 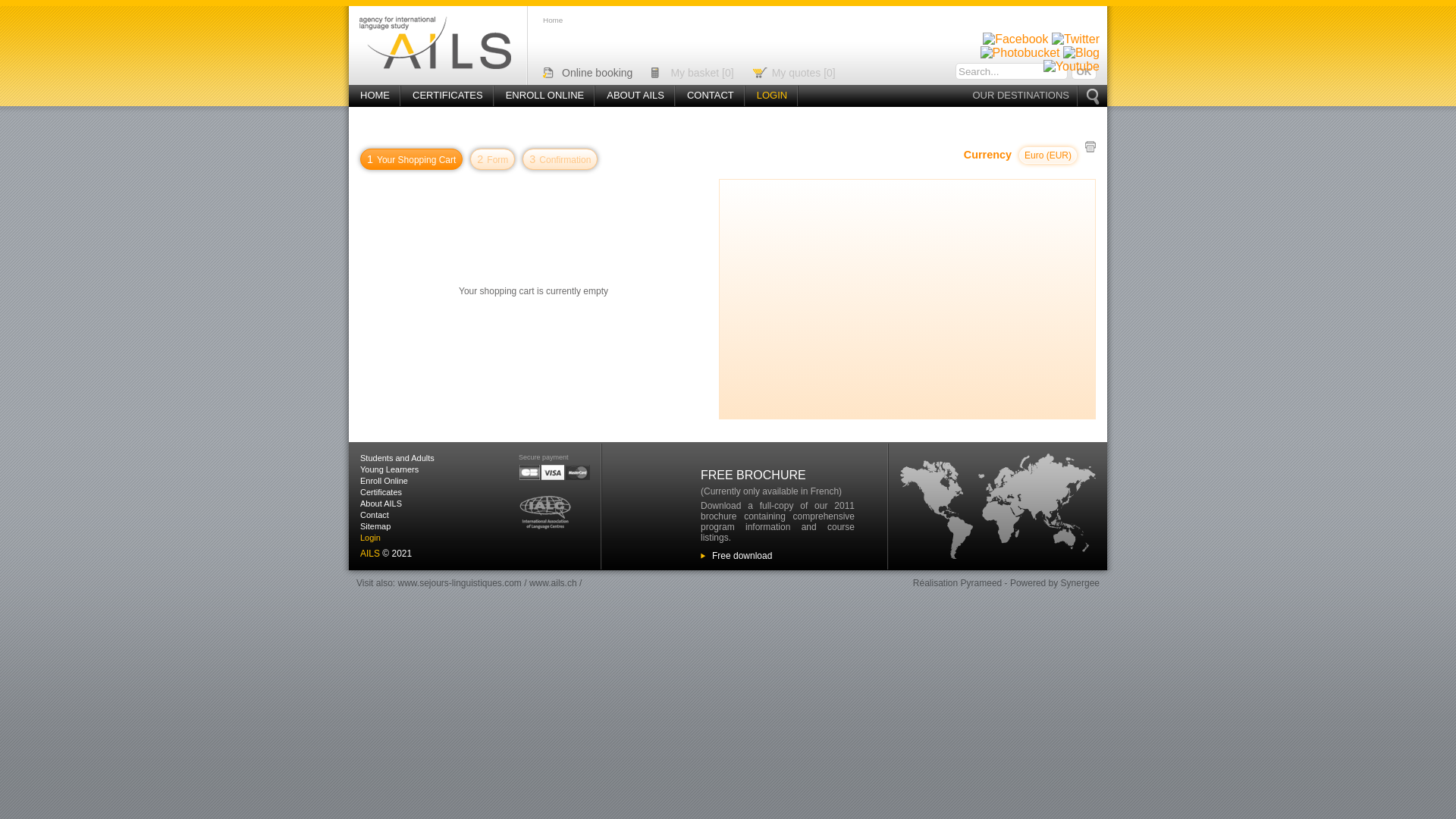 I want to click on 'Login', so click(x=370, y=537).